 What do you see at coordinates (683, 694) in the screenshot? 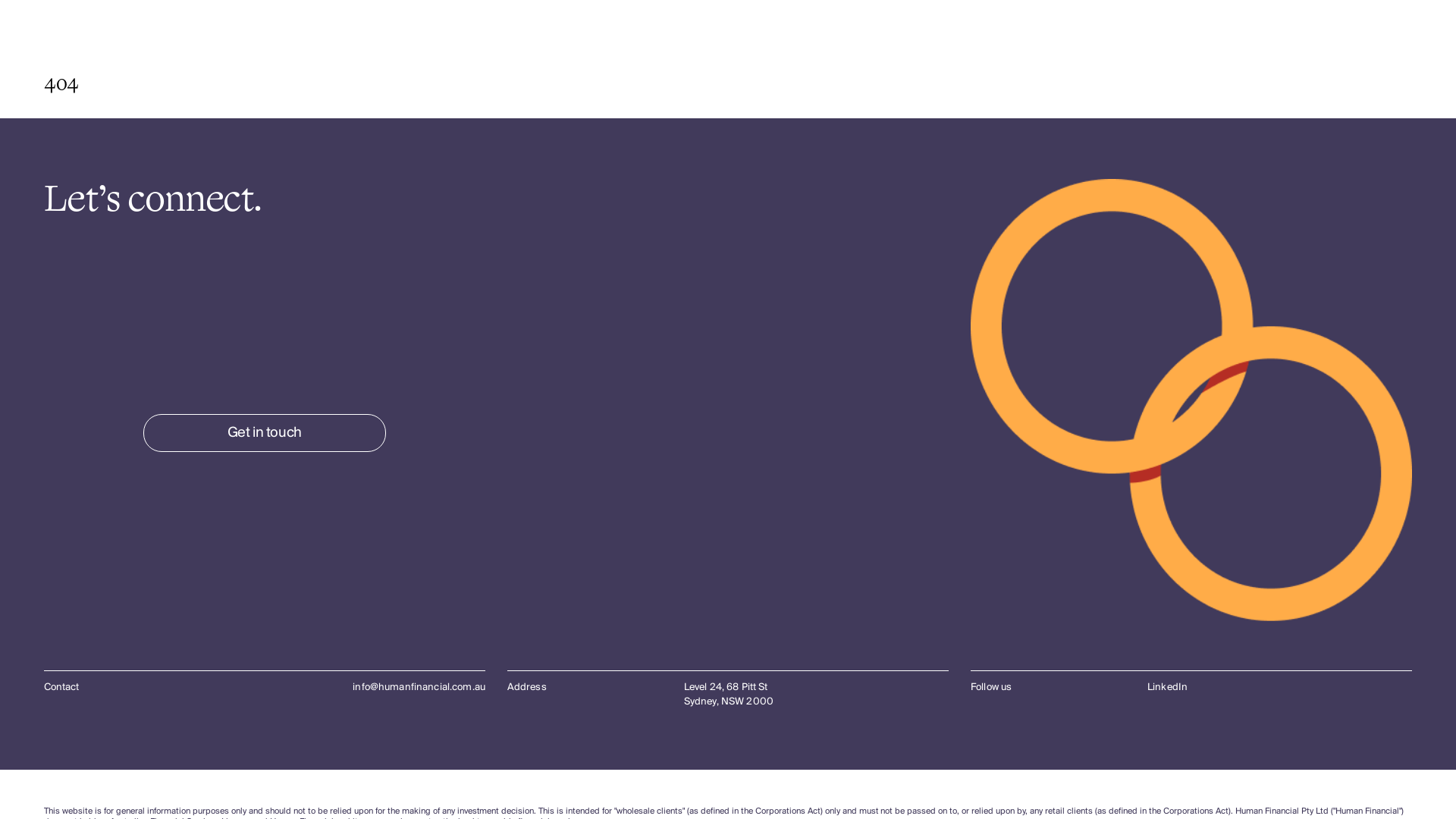
I see `'Level 24, 68 Pitt St` at bounding box center [683, 694].